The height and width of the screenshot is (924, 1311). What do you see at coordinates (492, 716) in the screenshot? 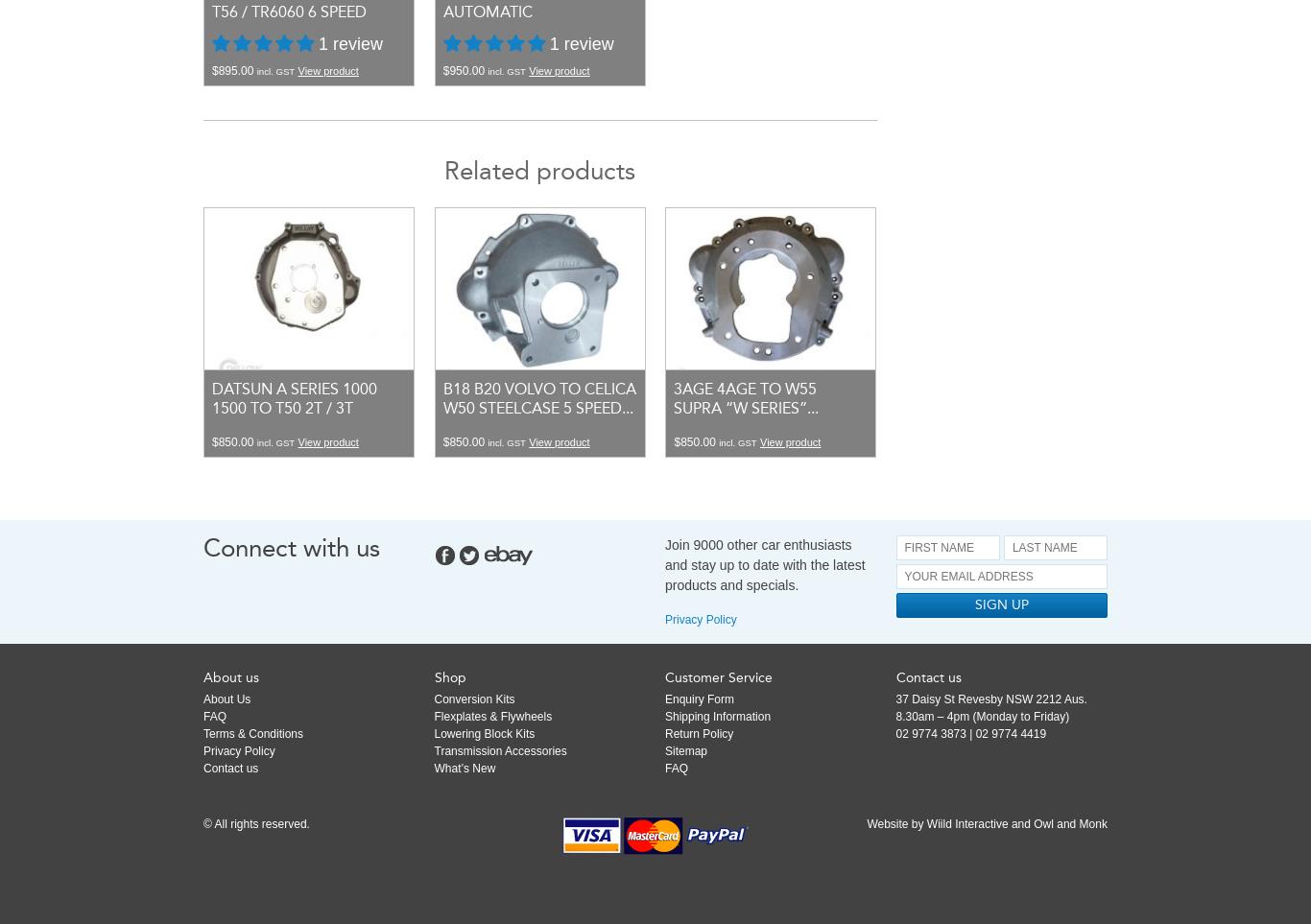
I see `'Flexplates & Flywheels'` at bounding box center [492, 716].